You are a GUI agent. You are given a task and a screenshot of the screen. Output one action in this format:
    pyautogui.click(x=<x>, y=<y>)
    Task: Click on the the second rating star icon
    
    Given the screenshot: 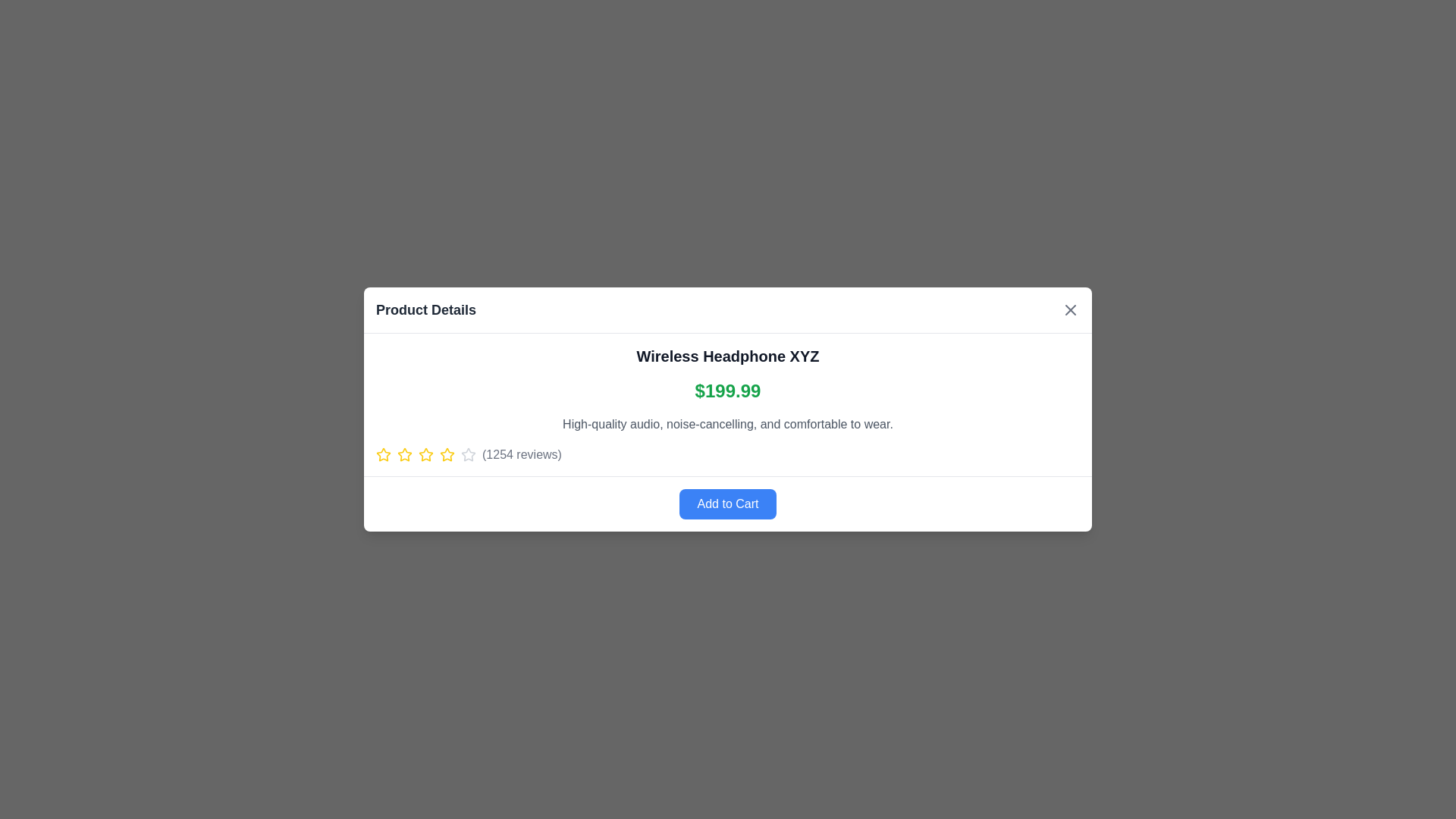 What is the action you would take?
    pyautogui.click(x=425, y=453)
    